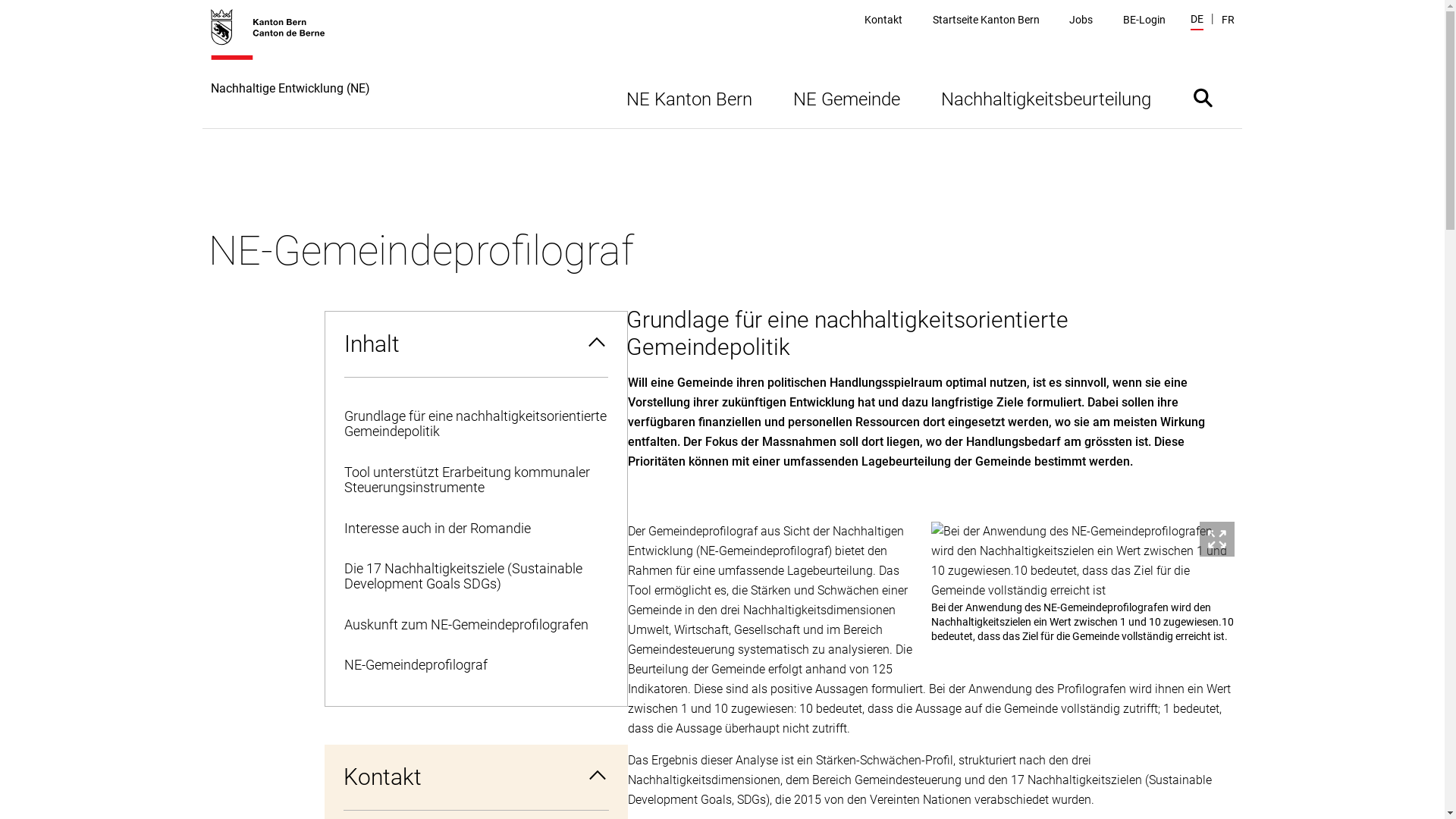 The width and height of the screenshot is (1456, 819). What do you see at coordinates (1227, 20) in the screenshot?
I see `'FR'` at bounding box center [1227, 20].